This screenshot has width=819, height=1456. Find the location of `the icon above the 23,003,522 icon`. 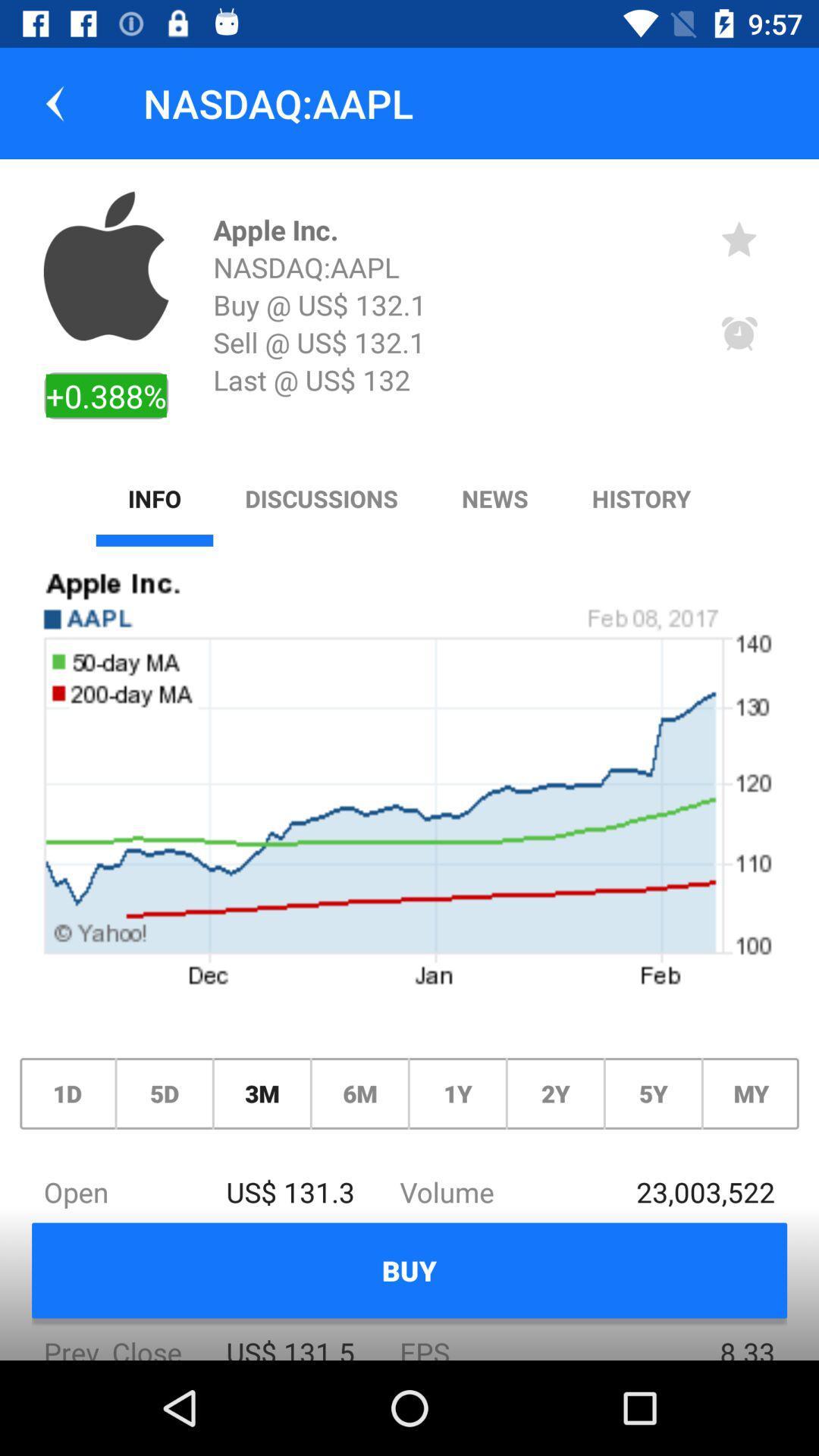

the icon above the 23,003,522 icon is located at coordinates (652, 1094).